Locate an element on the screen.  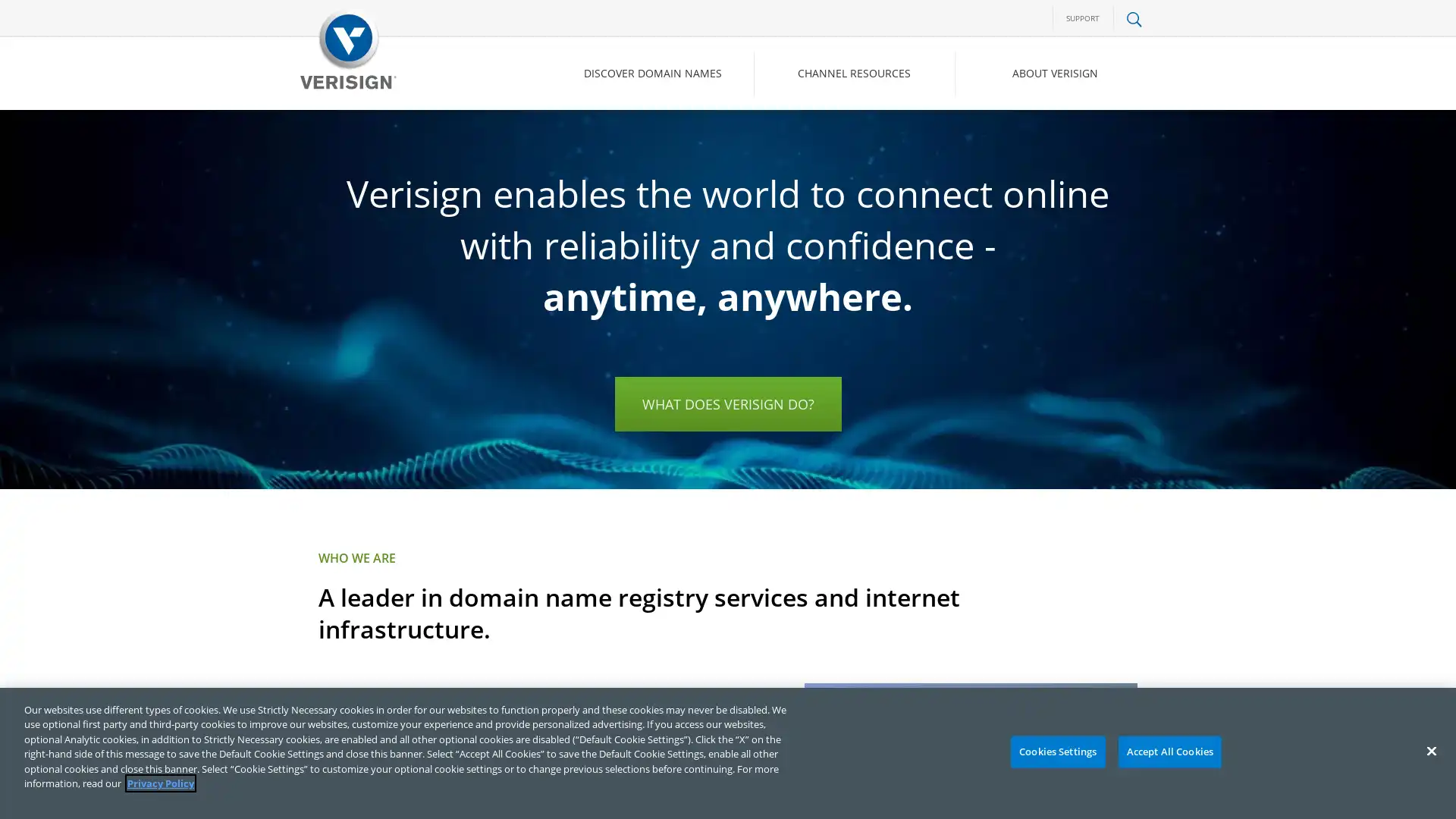
Cookies Settings is located at coordinates (1056, 752).